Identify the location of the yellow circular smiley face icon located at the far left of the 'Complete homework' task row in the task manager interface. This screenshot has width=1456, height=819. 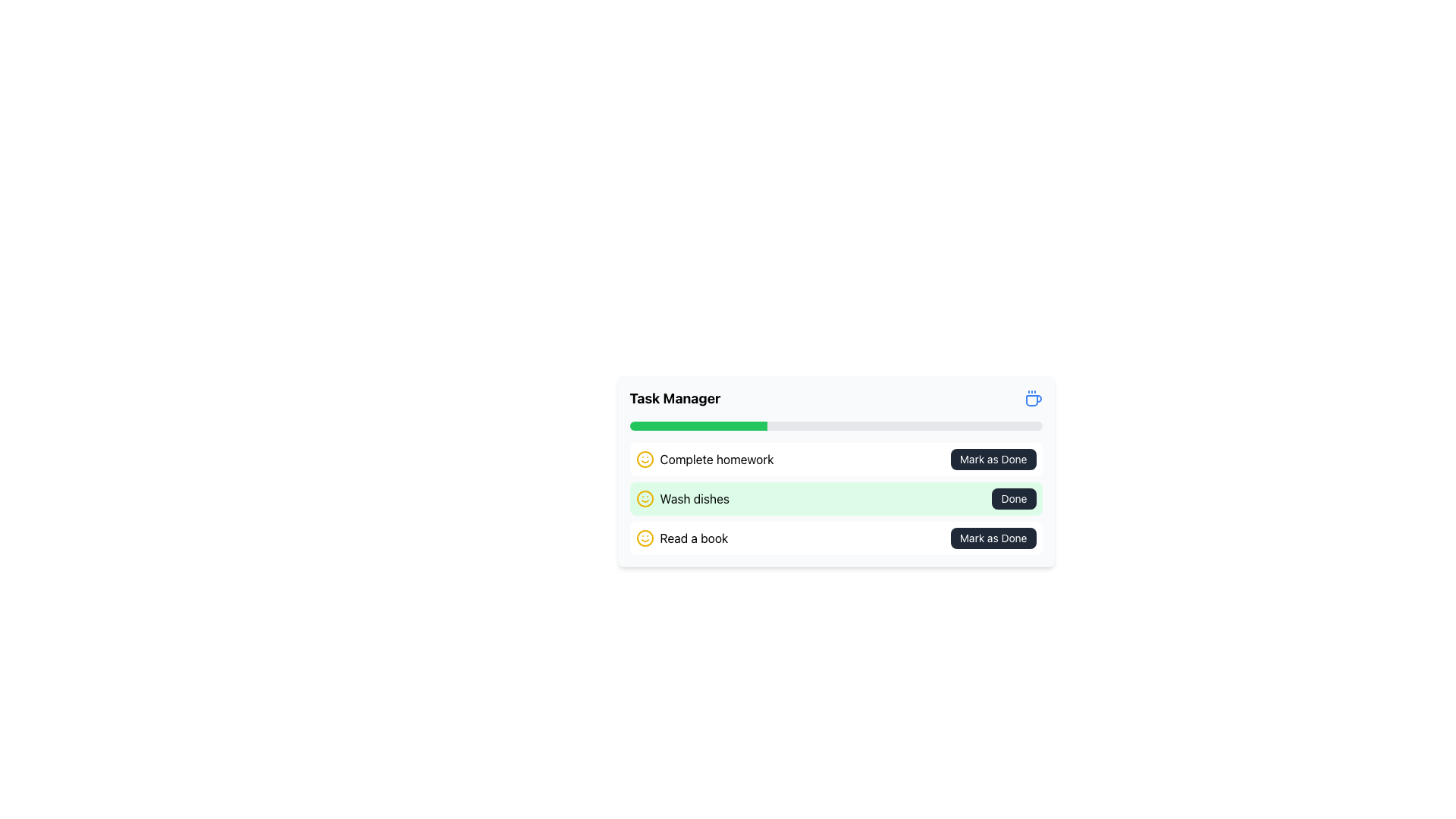
(645, 458).